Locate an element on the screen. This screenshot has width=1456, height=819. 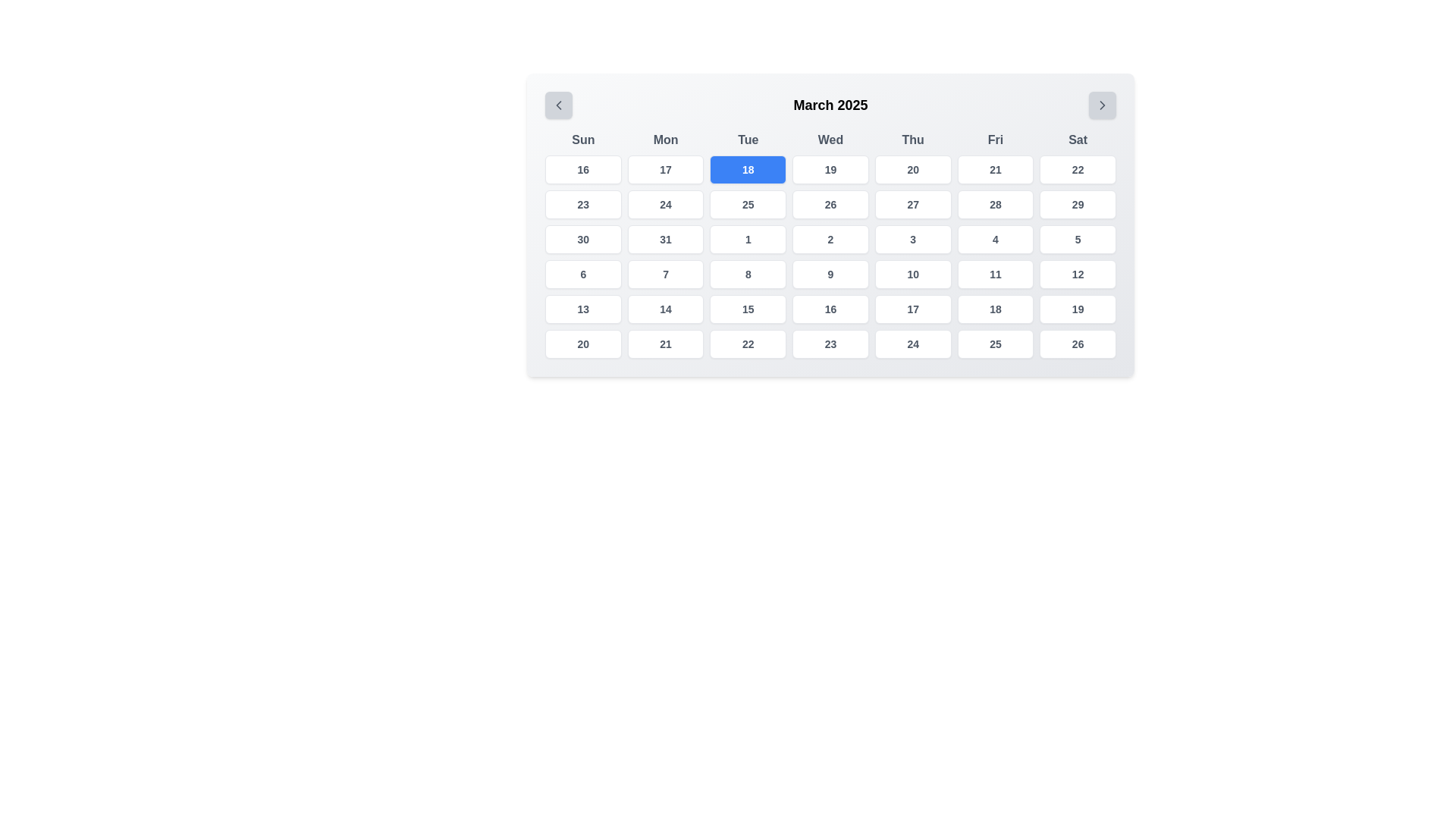
the date cell located in the fifth column of the fourth row of the calendar is located at coordinates (912, 239).